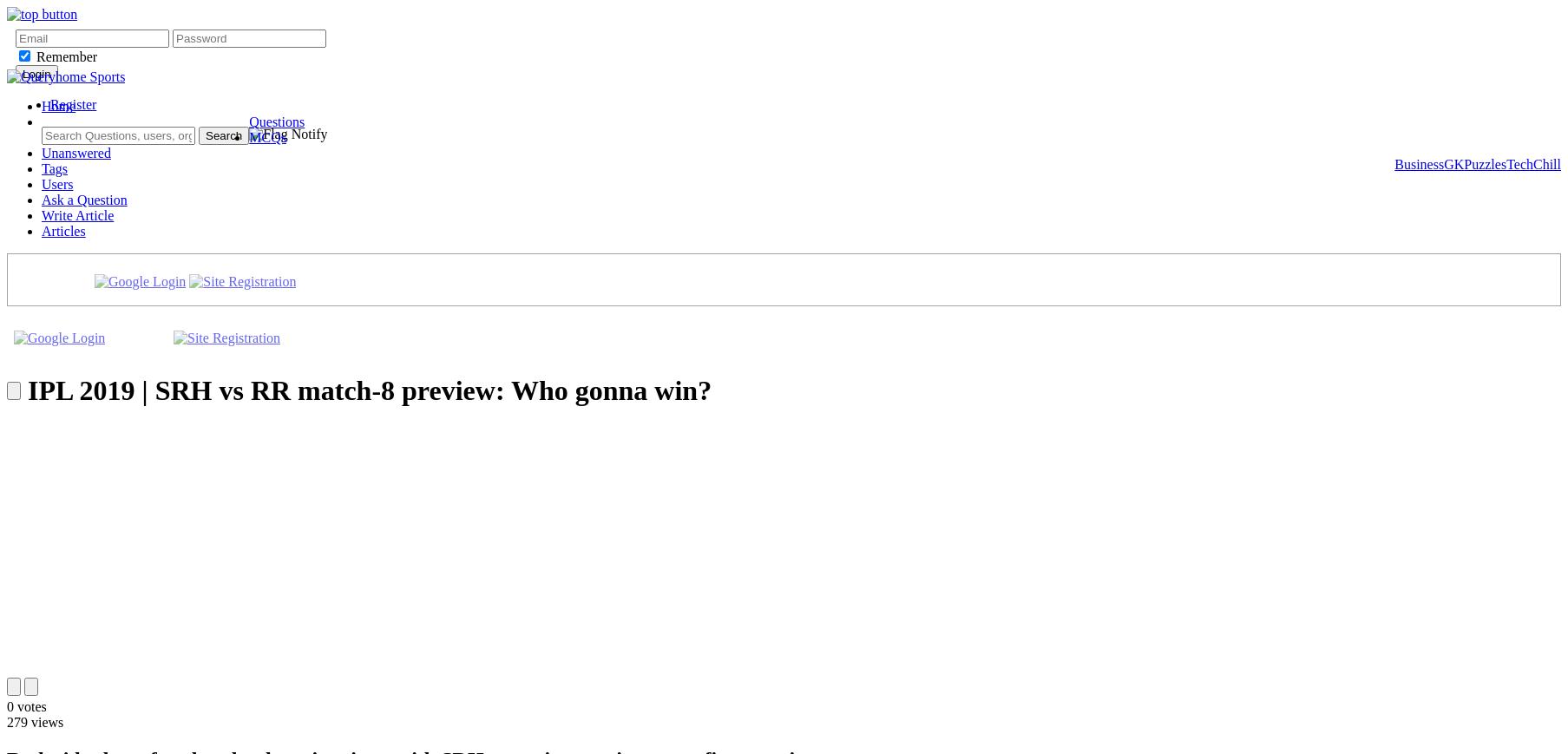 The height and width of the screenshot is (754, 1568). I want to click on '0', so click(10, 705).